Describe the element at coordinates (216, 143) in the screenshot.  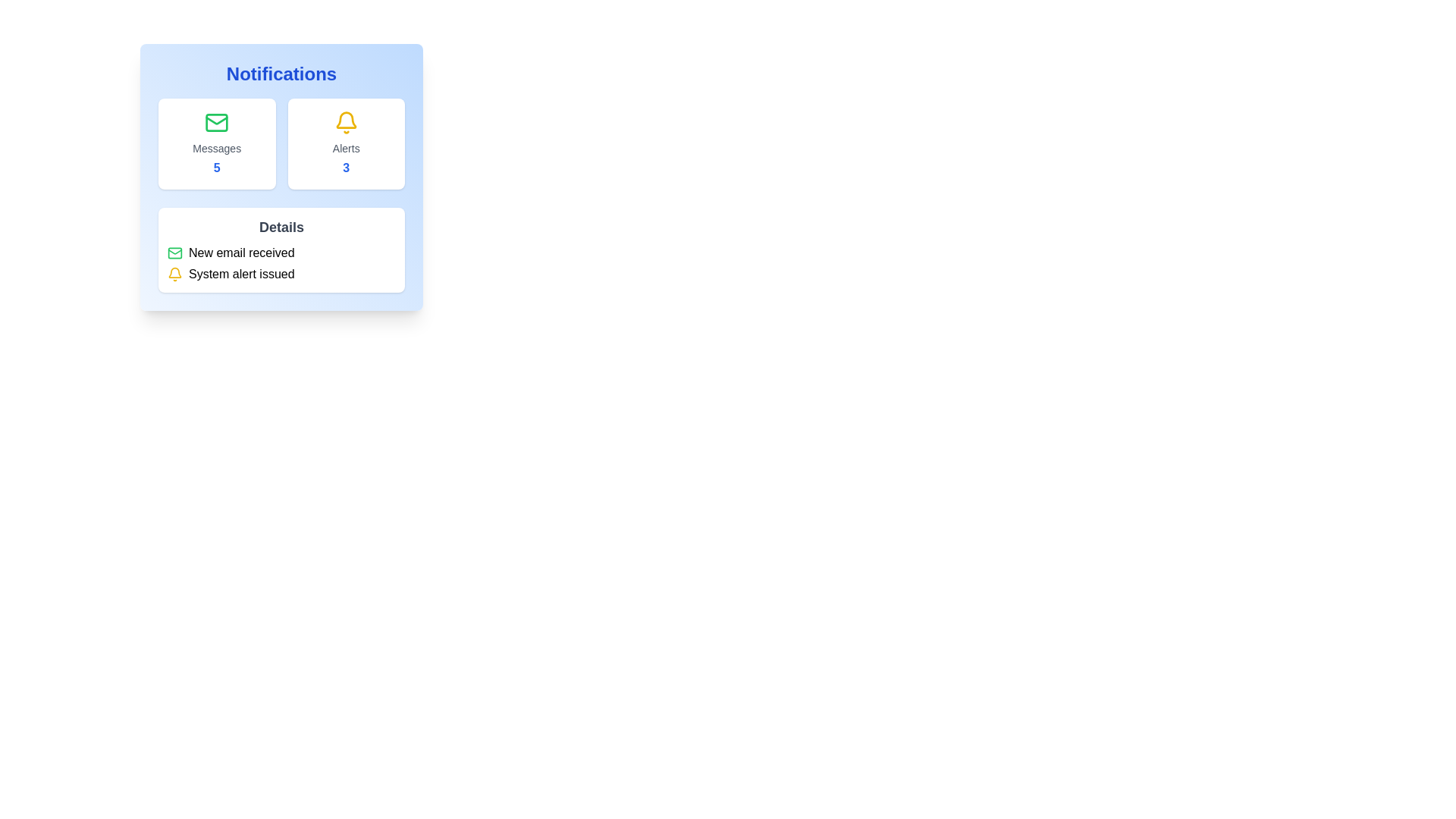
I see `the Information card with a green email icon at the top, labeled 'Messages' in gray, and displaying the number '5' in blue bold font, located to the left of the 'Alerts' card` at that location.